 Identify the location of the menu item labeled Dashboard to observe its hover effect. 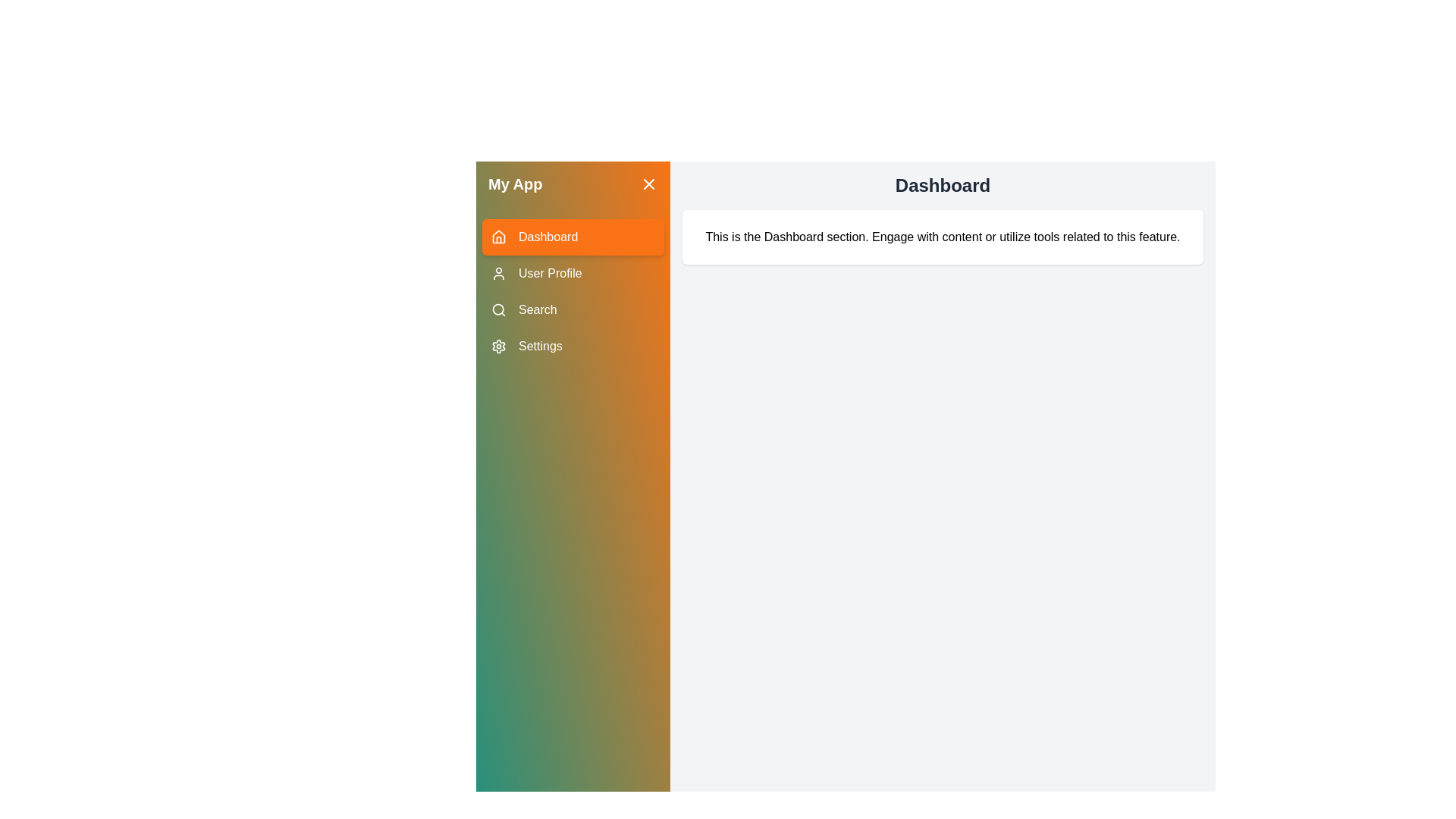
(572, 237).